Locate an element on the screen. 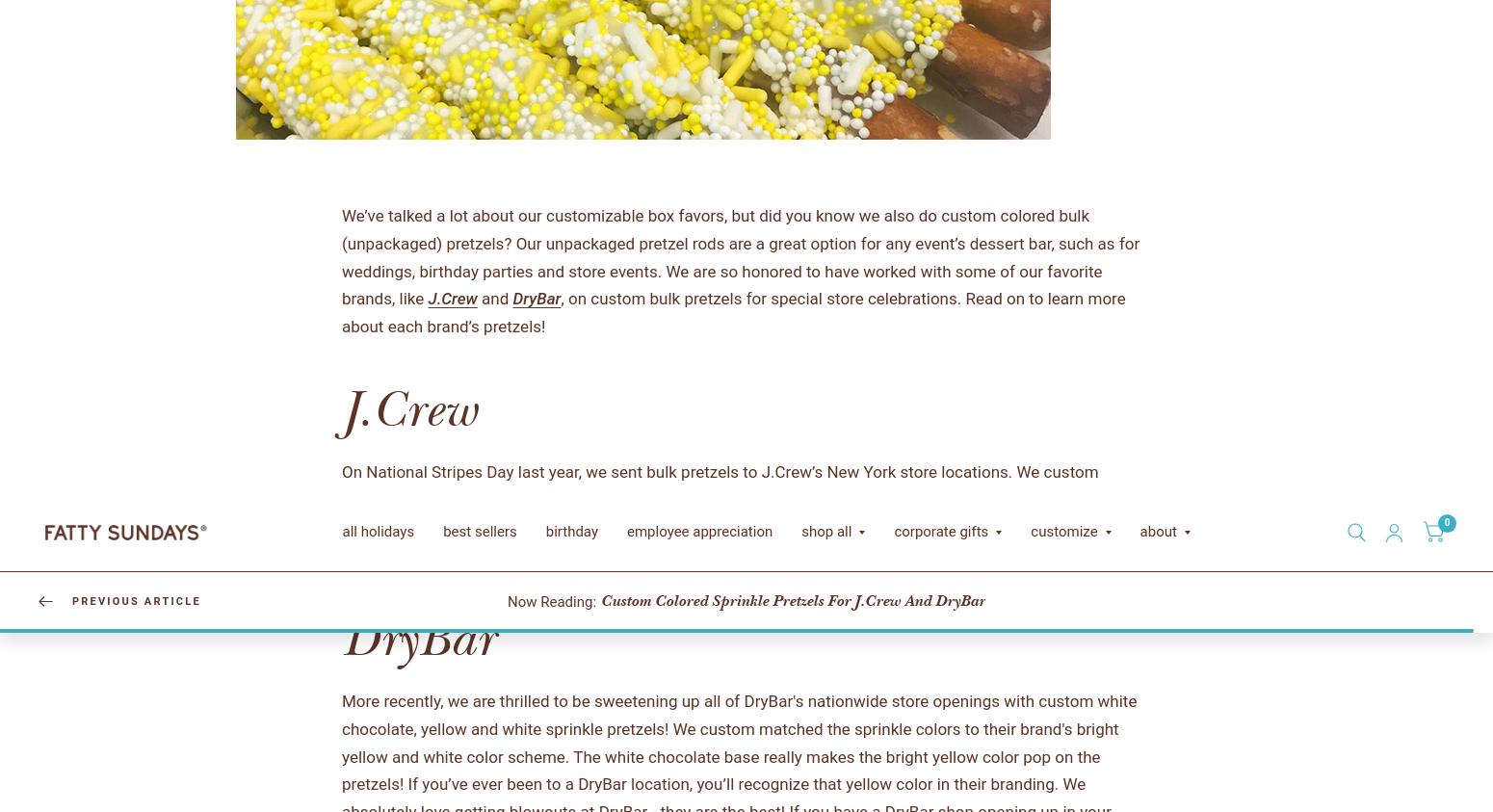 The height and width of the screenshot is (812, 1493). 'Email' is located at coordinates (758, 699).